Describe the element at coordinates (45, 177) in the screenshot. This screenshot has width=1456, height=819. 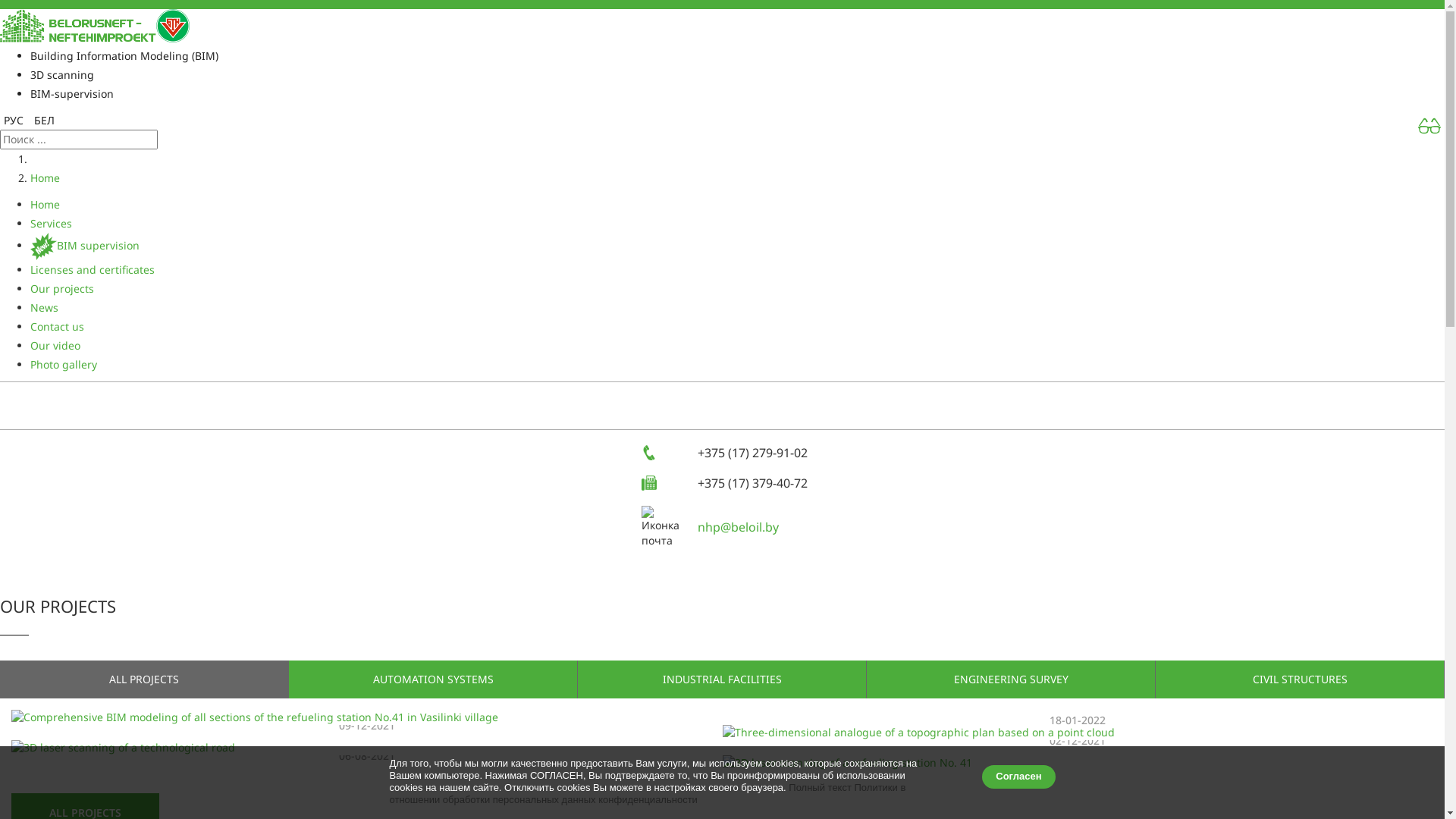
I see `'Home'` at that location.